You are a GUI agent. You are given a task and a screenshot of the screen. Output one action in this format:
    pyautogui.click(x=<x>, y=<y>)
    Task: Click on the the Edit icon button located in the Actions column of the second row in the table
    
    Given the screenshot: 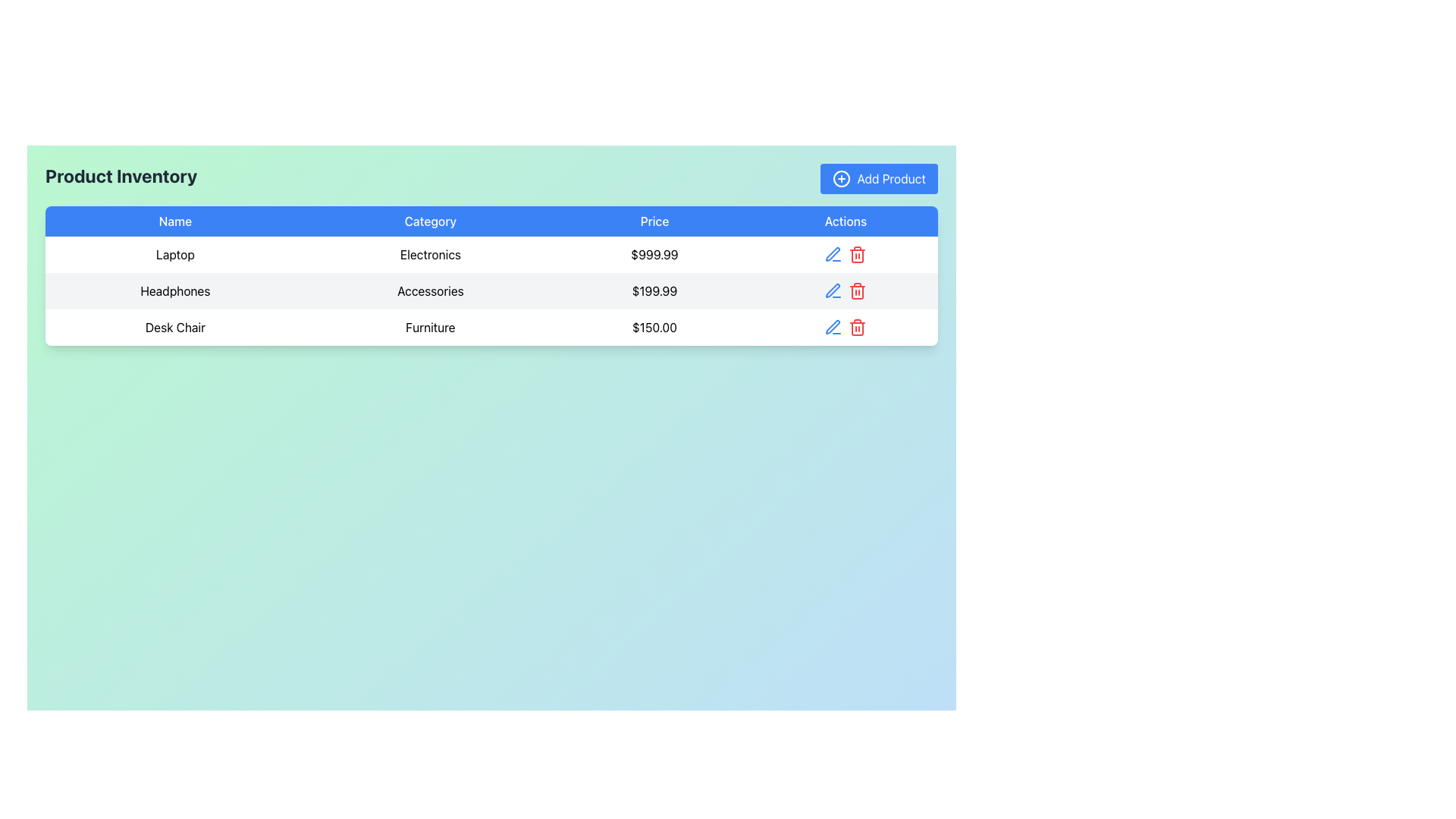 What is the action you would take?
    pyautogui.click(x=832, y=290)
    